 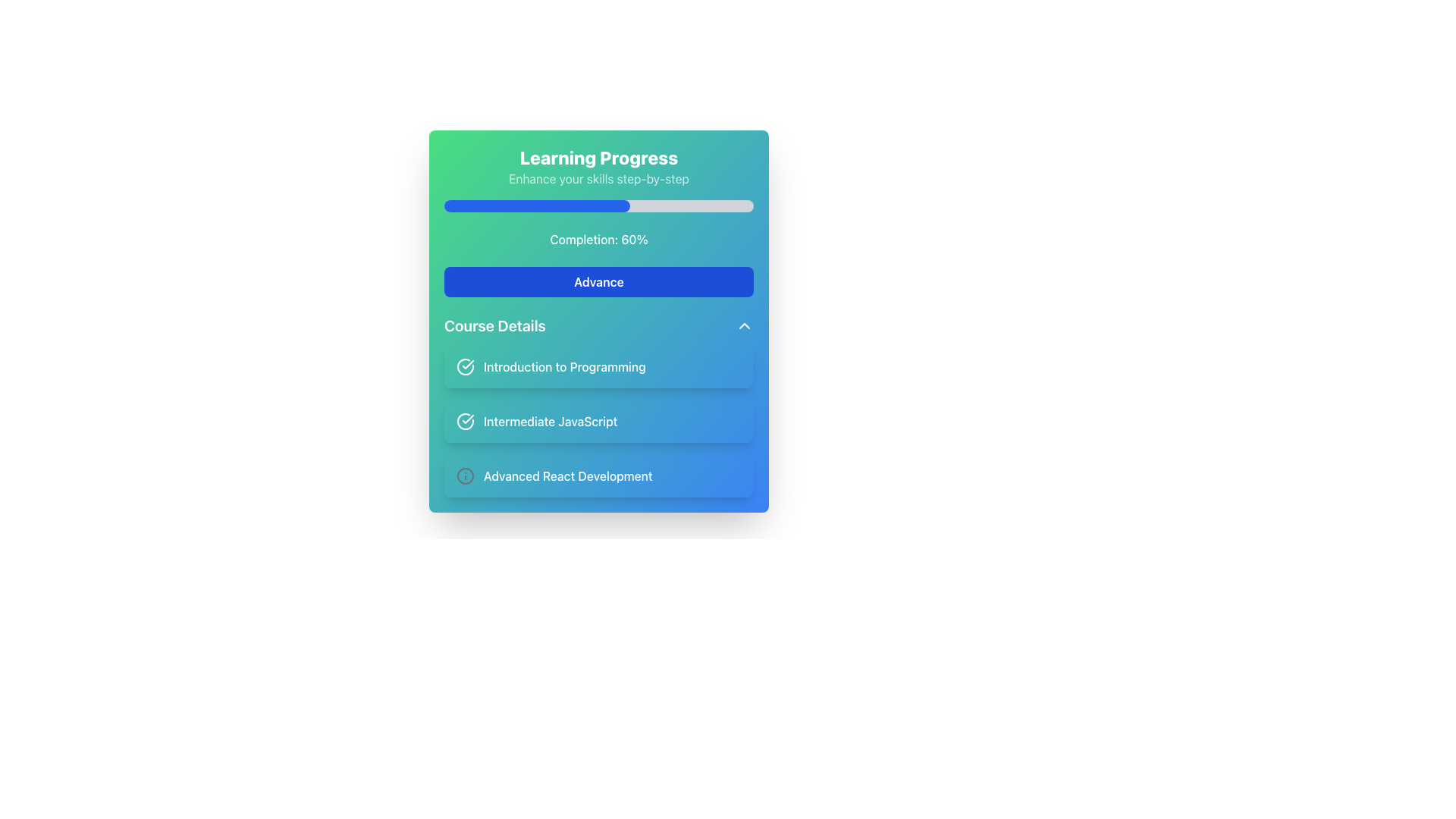 I want to click on the upward-pointing chevron icon with a white stroke color in the 'Course Details' section, so click(x=745, y=325).